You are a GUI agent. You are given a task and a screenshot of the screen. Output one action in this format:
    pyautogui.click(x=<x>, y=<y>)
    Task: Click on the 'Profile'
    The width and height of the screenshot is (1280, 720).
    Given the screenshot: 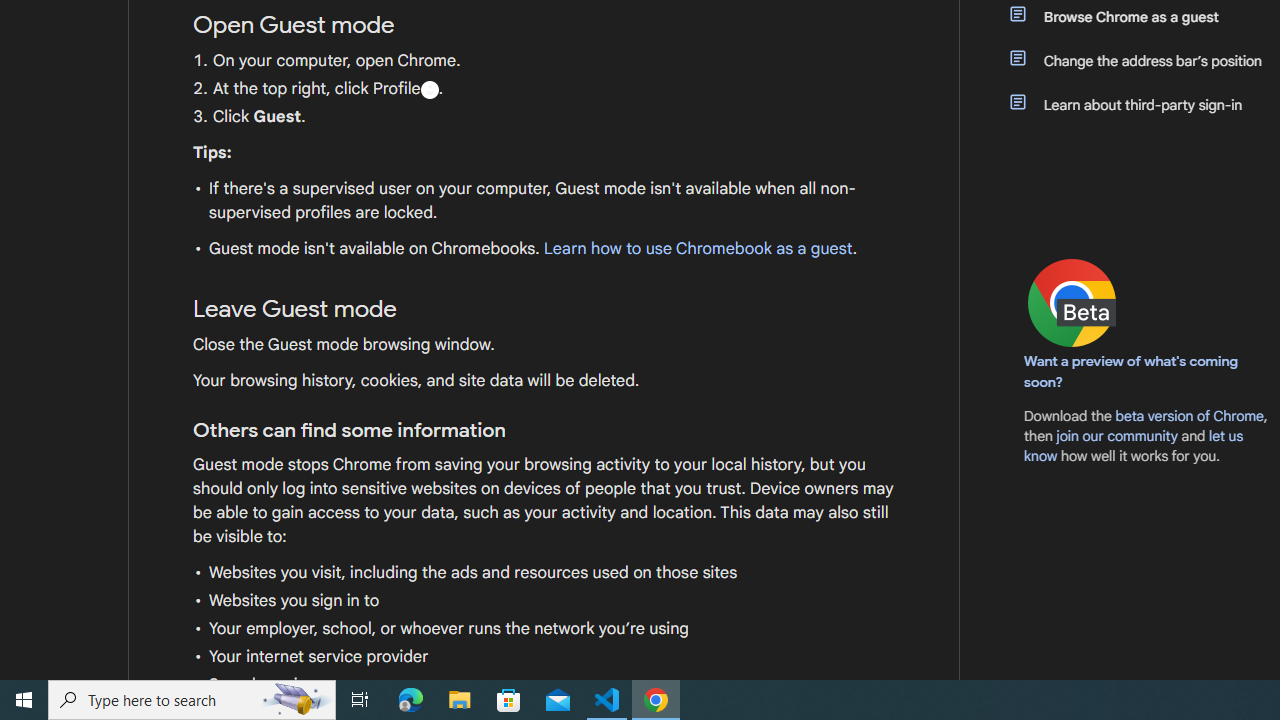 What is the action you would take?
    pyautogui.click(x=428, y=88)
    